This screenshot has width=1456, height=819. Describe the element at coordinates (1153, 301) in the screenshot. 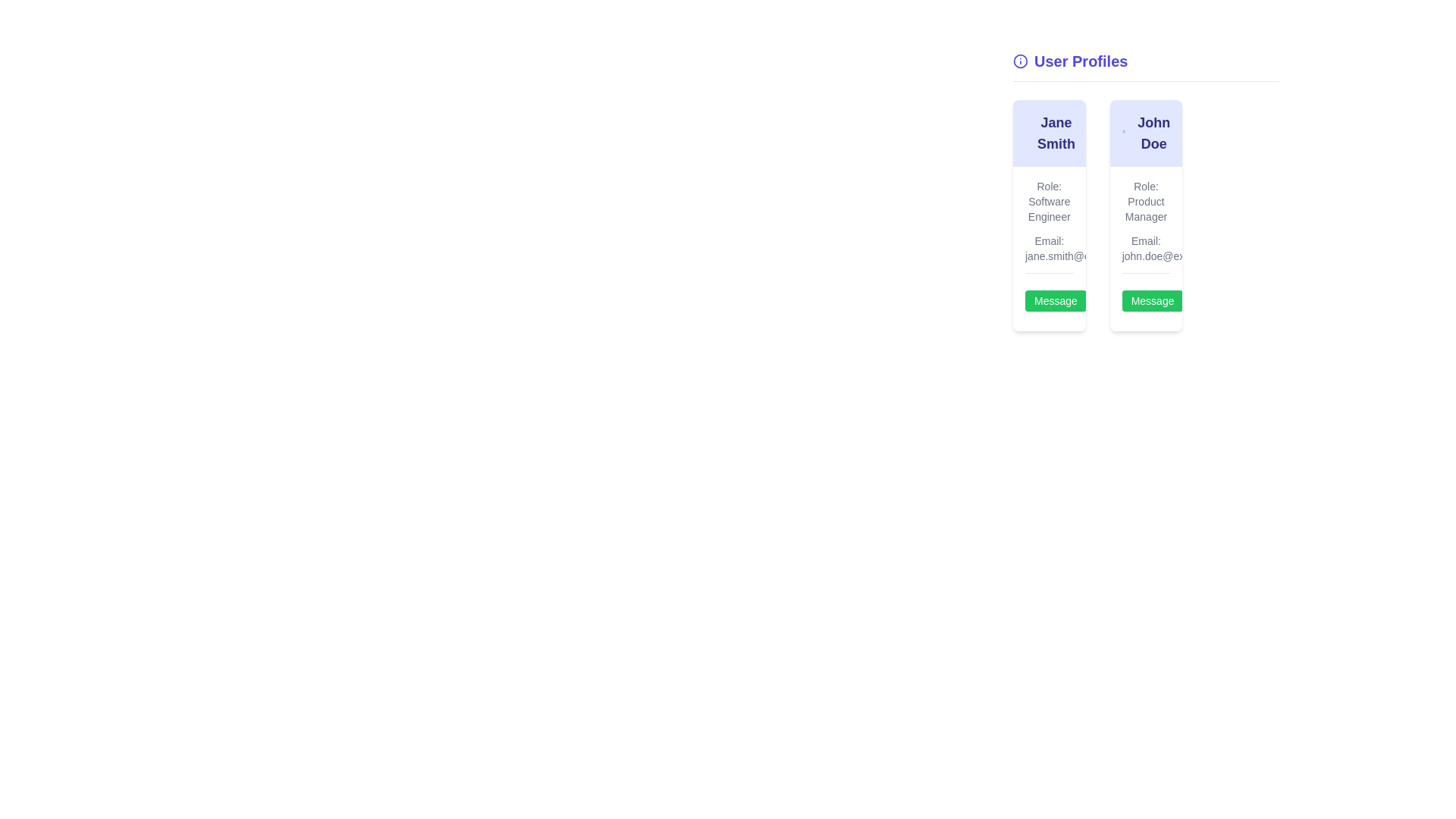

I see `the green rectangular button labeled 'Message' located at the bottom section of John Doe's user card on the right-hand side of the interface` at that location.